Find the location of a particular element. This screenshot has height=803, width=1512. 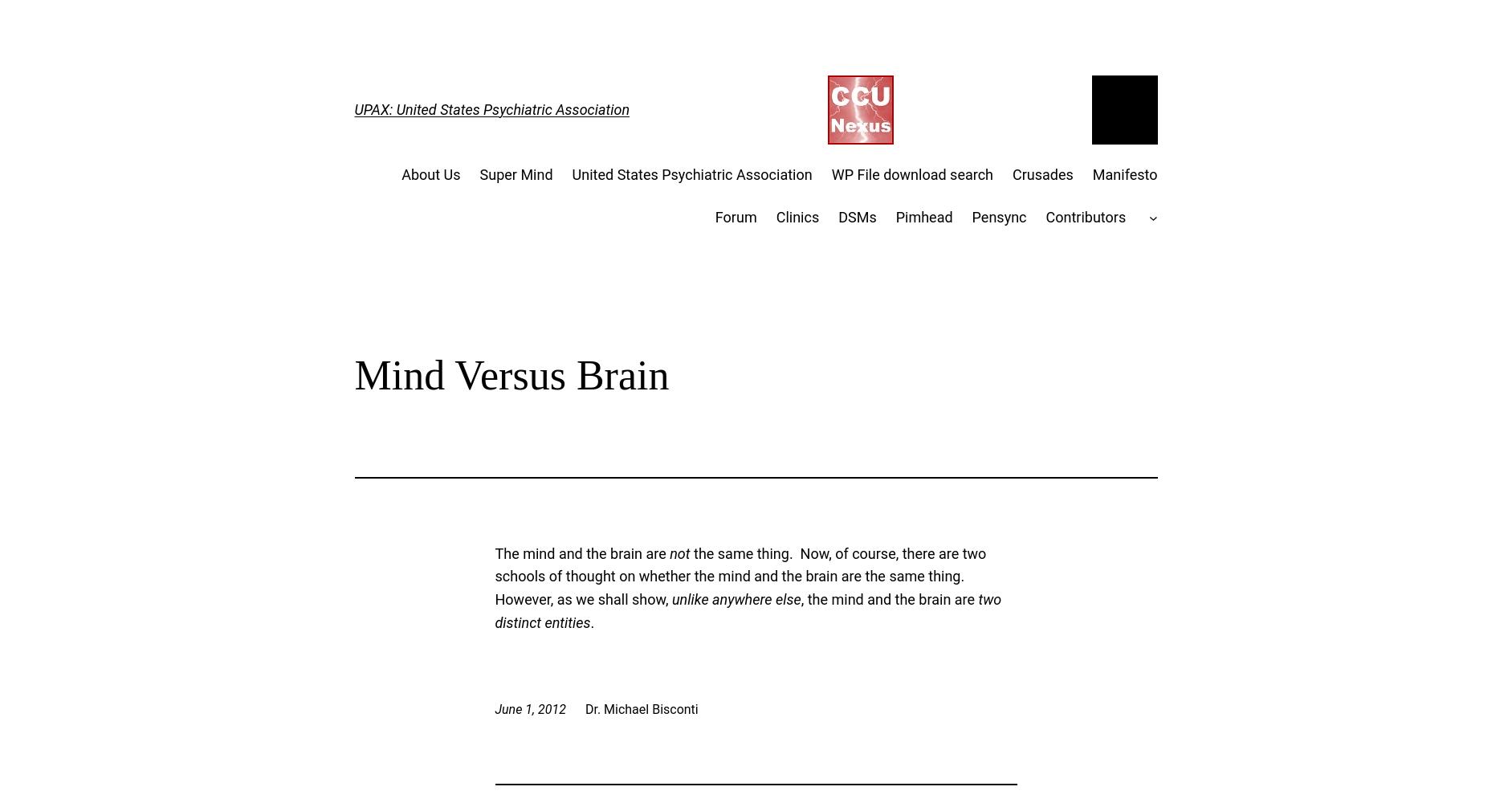

'Contributors' is located at coordinates (1084, 216).